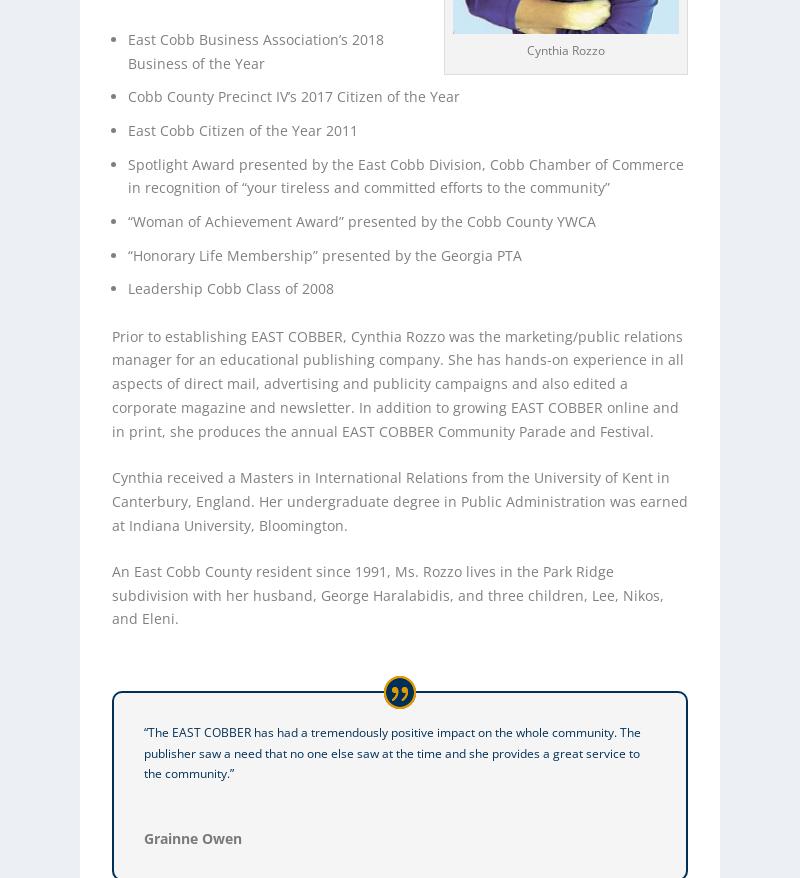 The height and width of the screenshot is (878, 800). I want to click on 'Prior to establishing EAST COBBER, Cynthia Rozzo was the marketing/public relations manager for an educational publishing company. She has hands-on experience in all aspects of direct mail, advertising and publicity campaigns and also edited a corporate magazine and newsletter. In addition to growing EAST COBBER online and in print, she produces the annual EAST COBBER Community Parade and Festival.', so click(111, 381).